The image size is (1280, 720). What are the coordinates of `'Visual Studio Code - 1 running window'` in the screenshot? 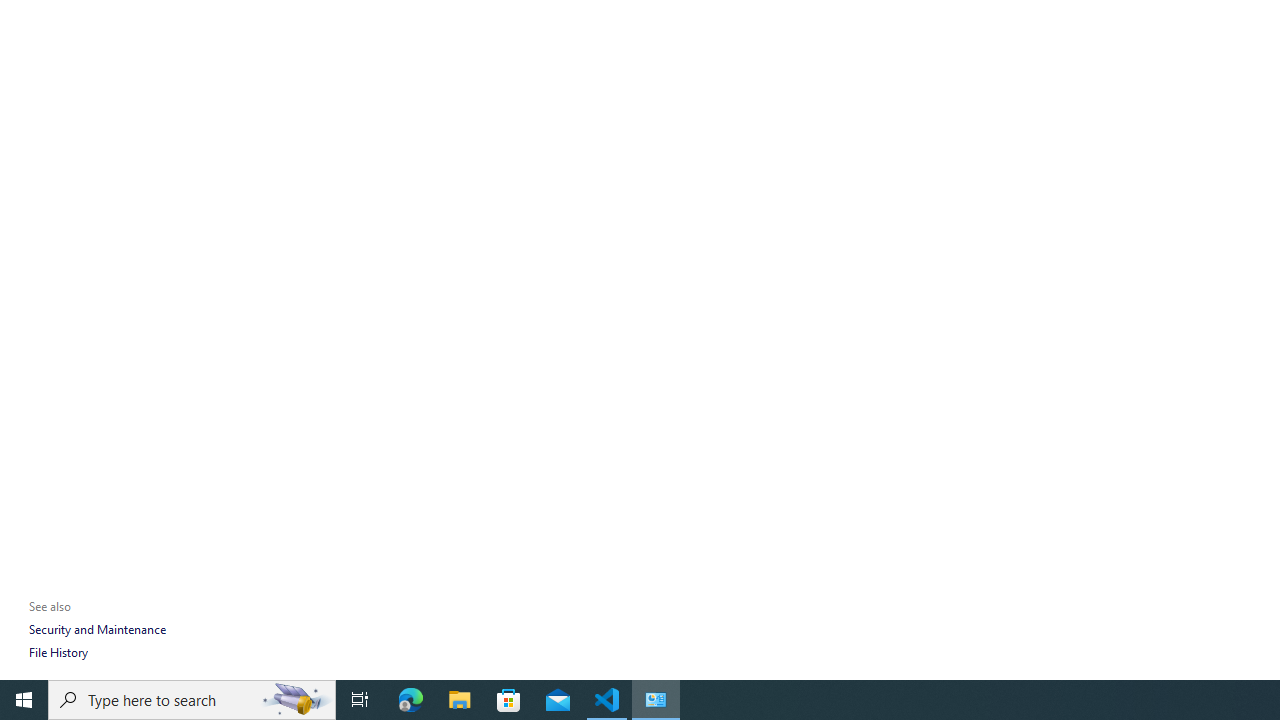 It's located at (606, 698).